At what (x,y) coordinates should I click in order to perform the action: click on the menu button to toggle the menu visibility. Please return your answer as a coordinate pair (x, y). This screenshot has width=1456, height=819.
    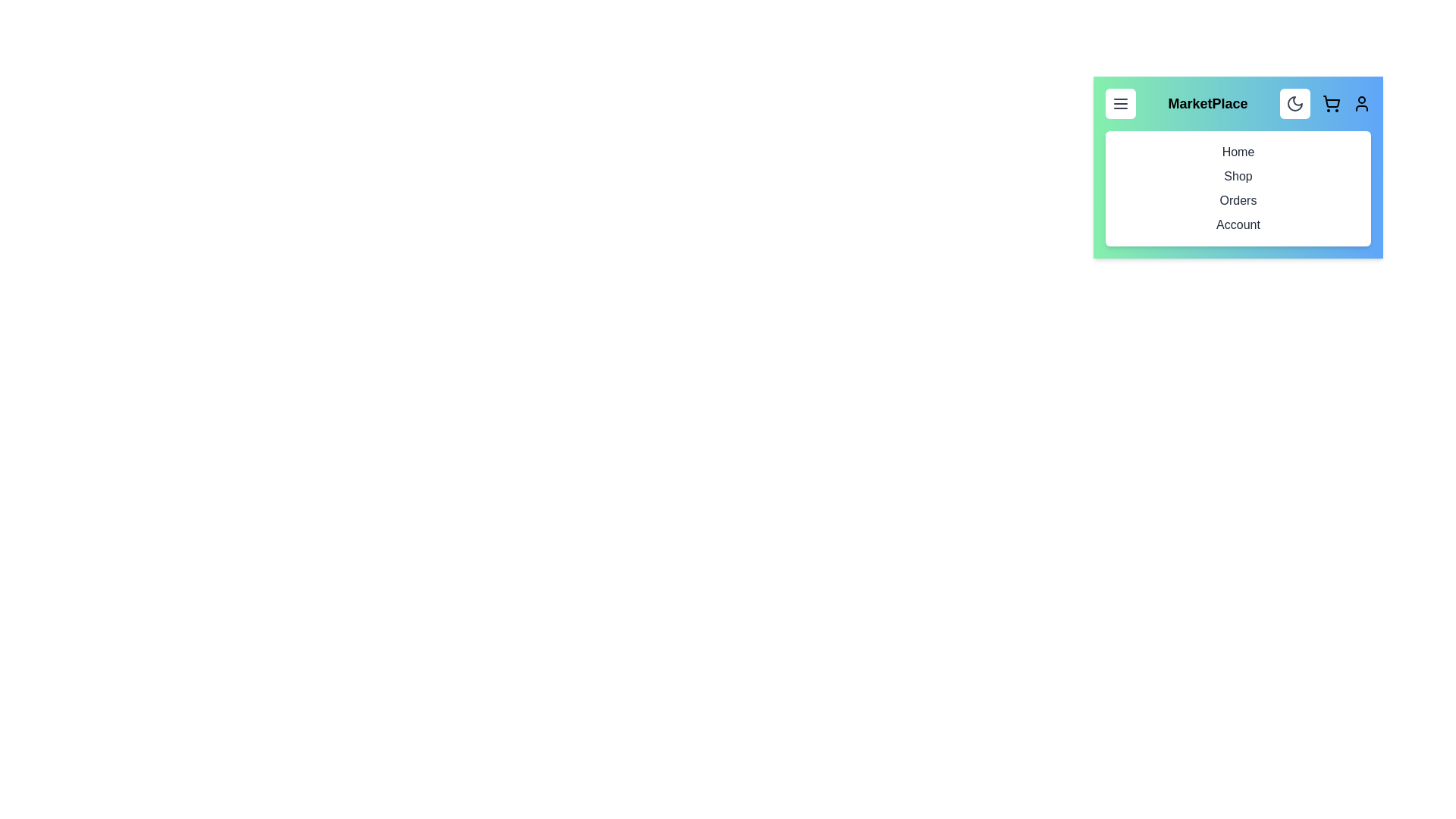
    Looking at the image, I should click on (1121, 103).